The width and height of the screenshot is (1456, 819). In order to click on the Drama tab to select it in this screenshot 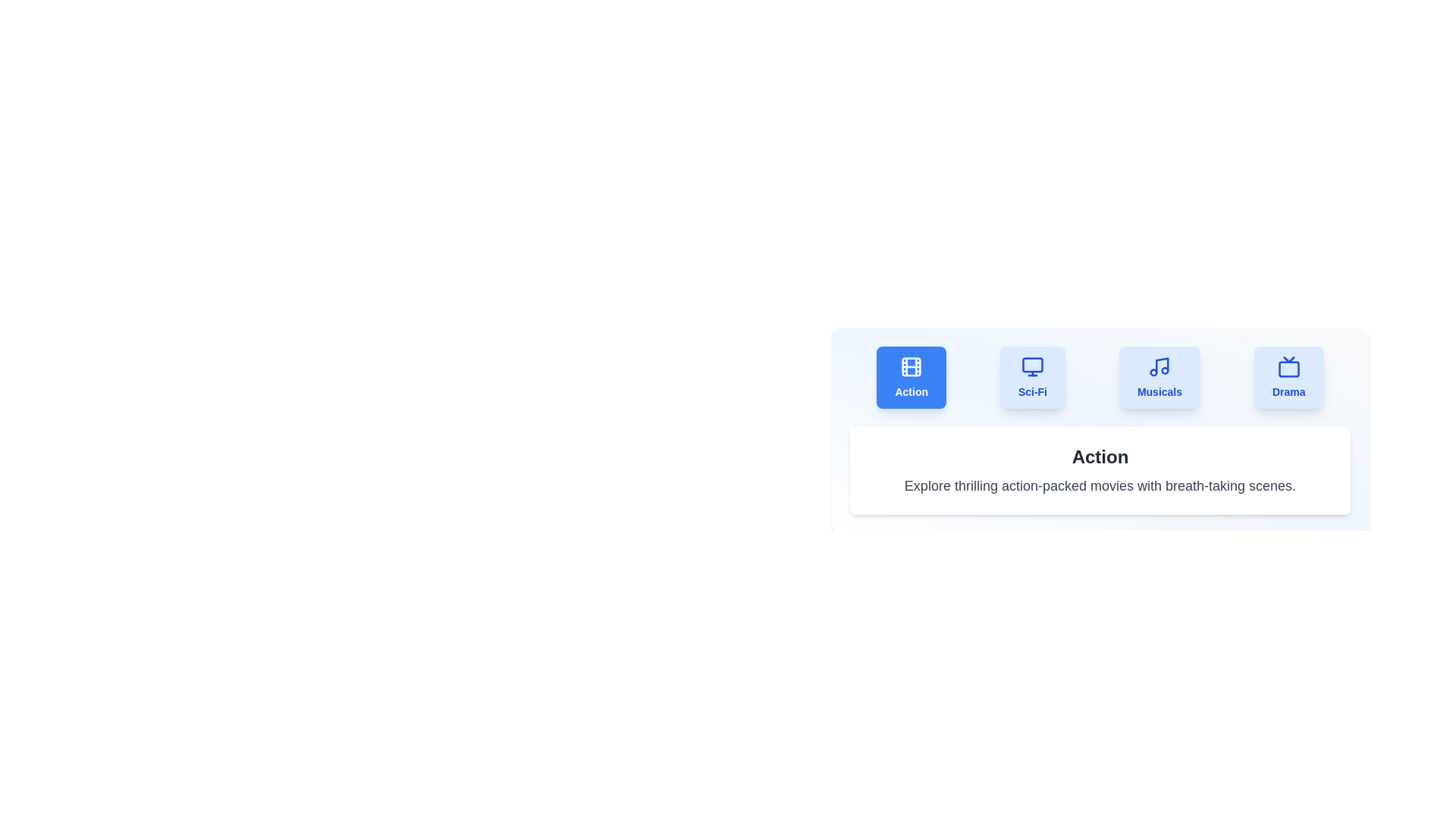, I will do `click(1288, 376)`.